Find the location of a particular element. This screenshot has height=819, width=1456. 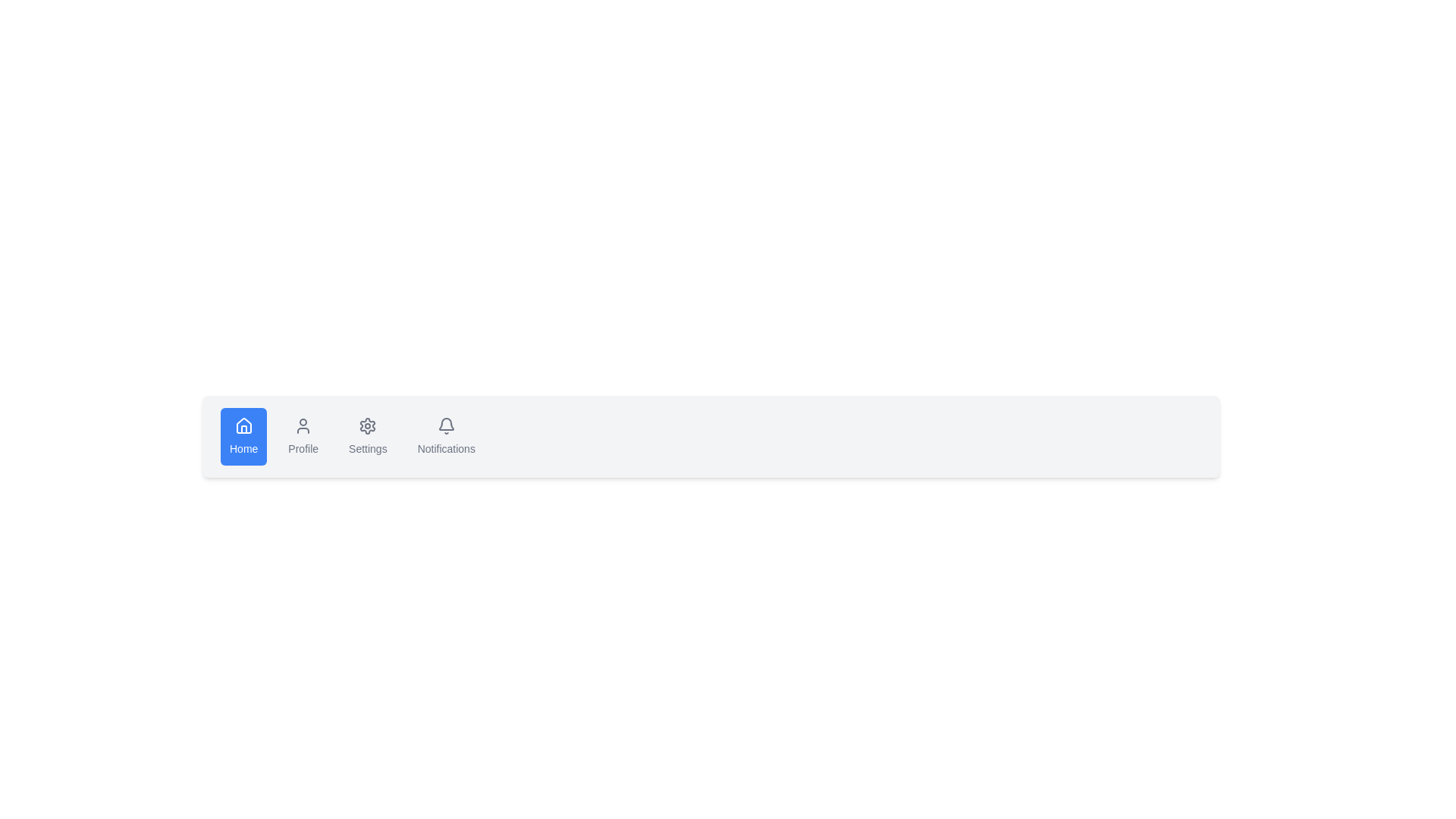

the 'Home' button with a blue background and a white house icon is located at coordinates (243, 436).